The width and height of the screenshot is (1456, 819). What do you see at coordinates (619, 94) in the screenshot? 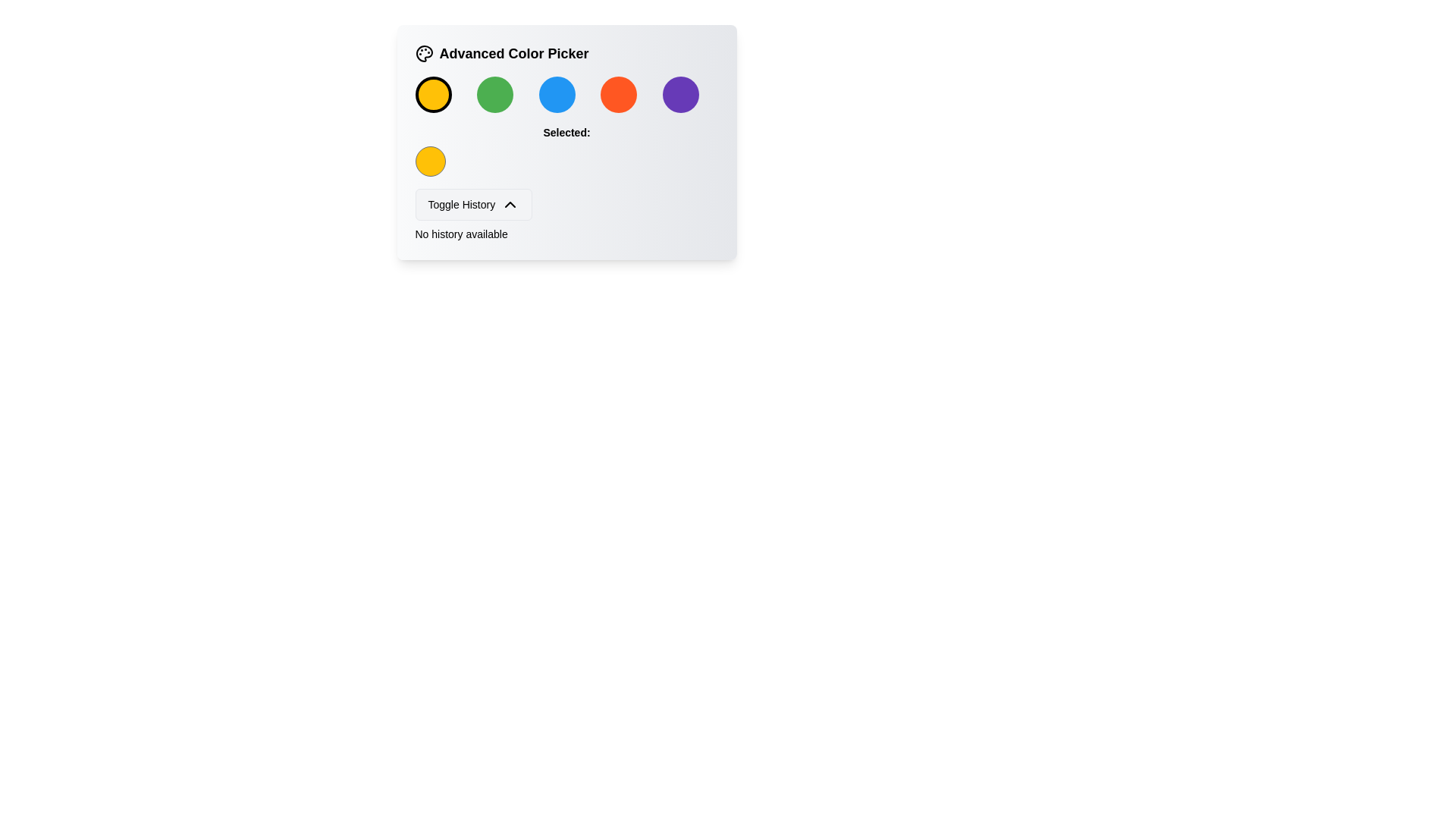
I see `the fourth circular button in the Advanced Color Picker` at bounding box center [619, 94].